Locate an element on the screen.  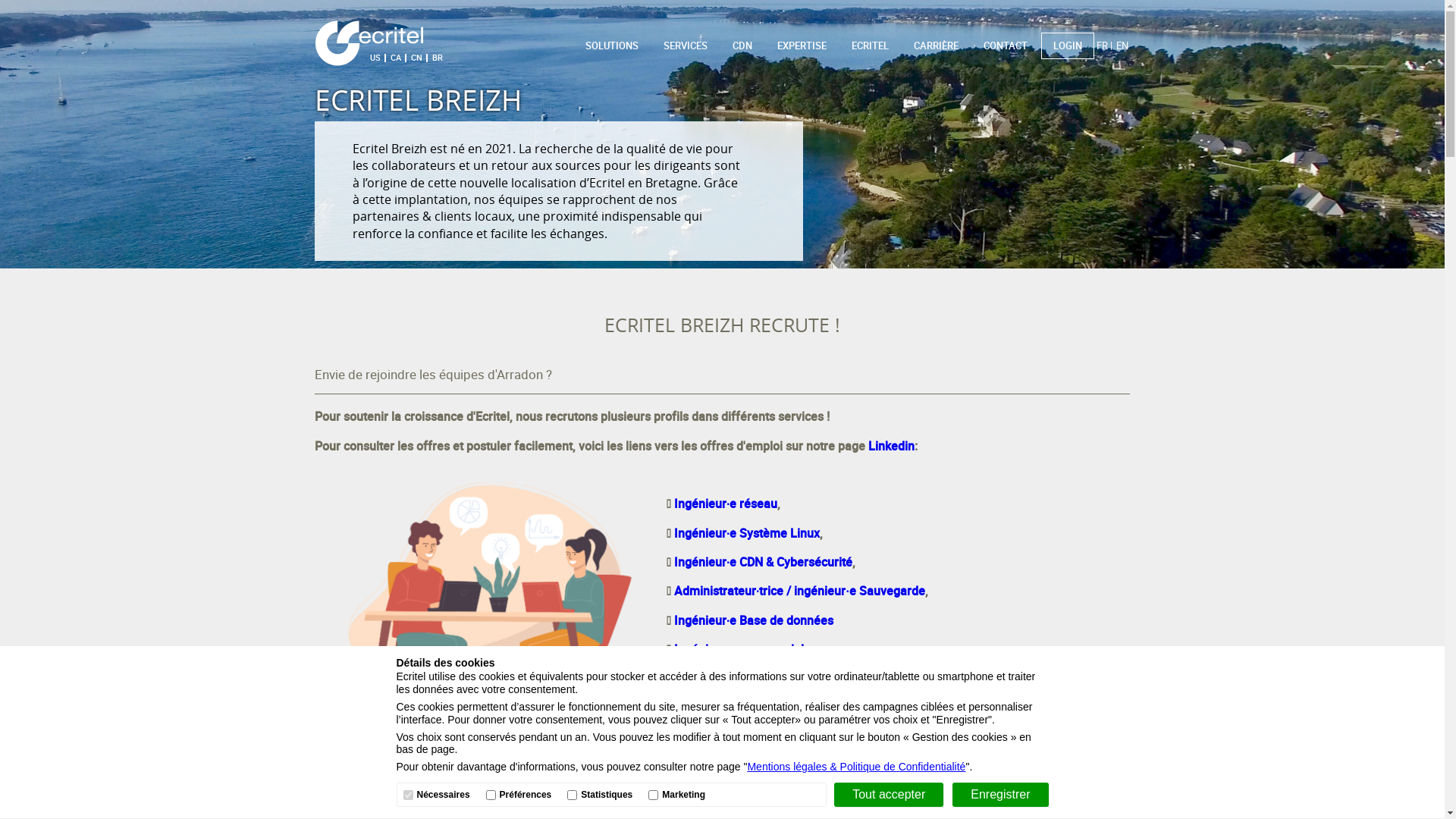
'EXPERTISE' is located at coordinates (801, 45).